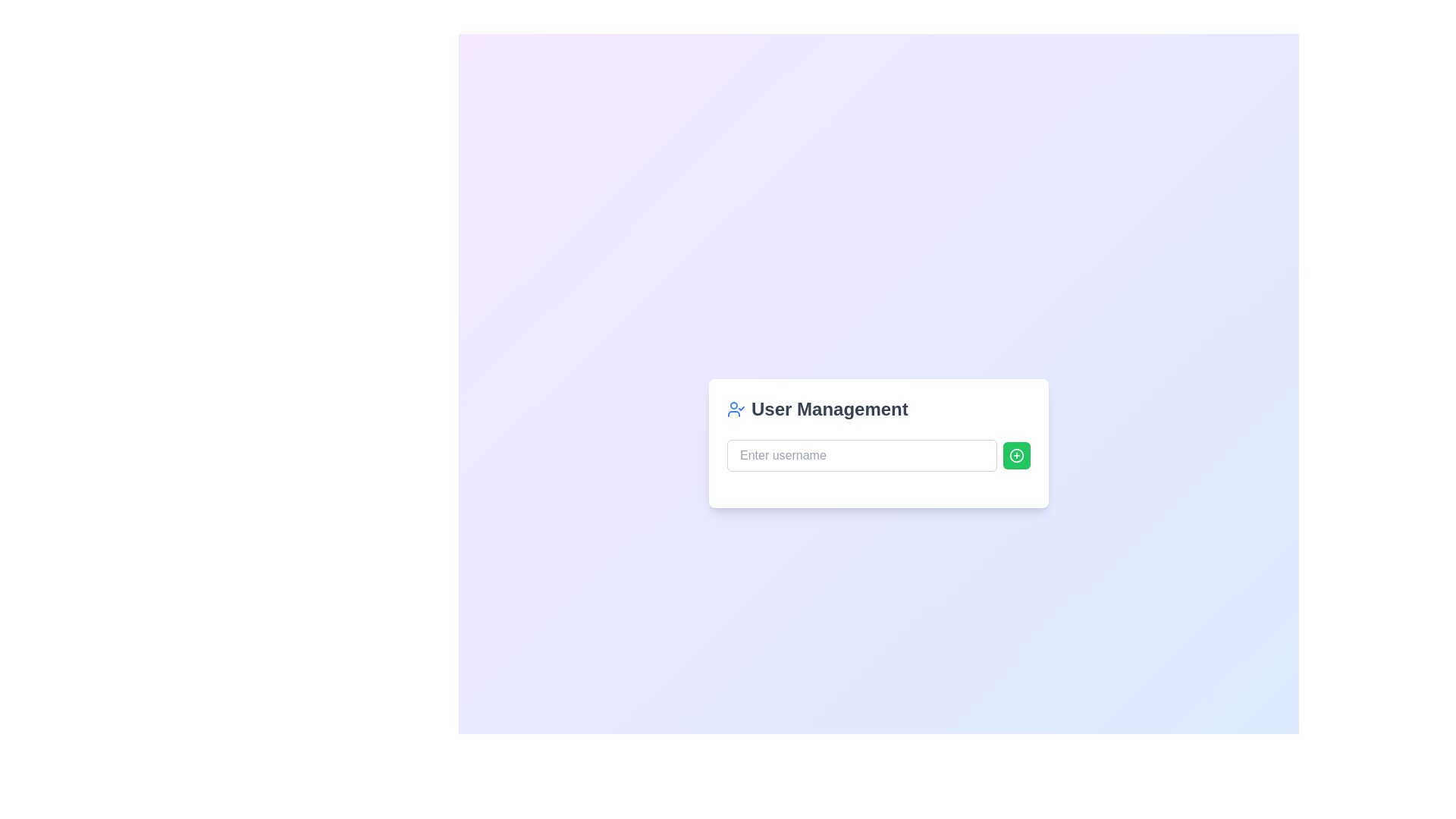  I want to click on the bold text label reading 'User Management' located prominently at the top of the interface's card-like section, positioned to the right of the user icon, so click(829, 409).